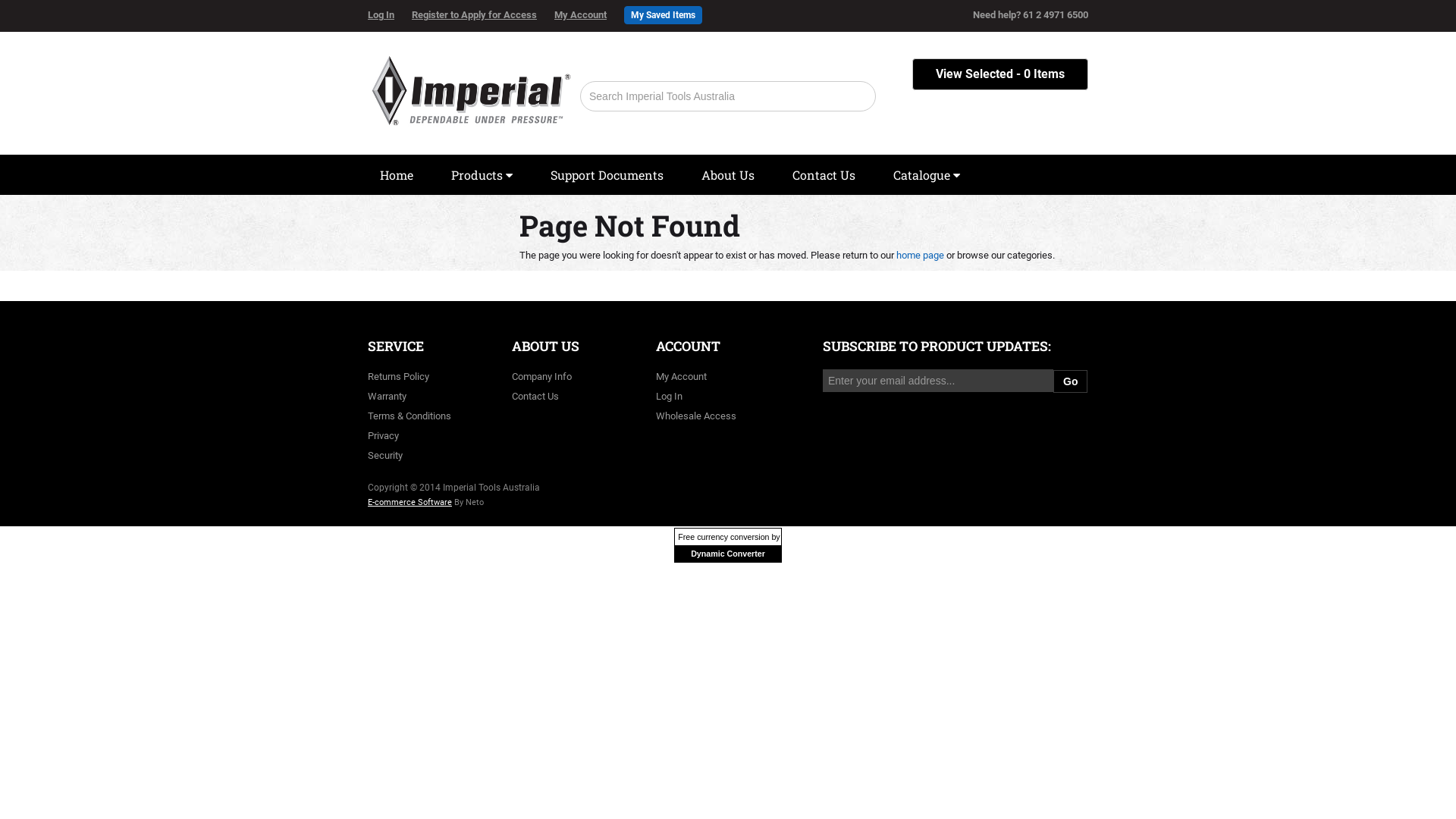  Describe the element at coordinates (728, 544) in the screenshot. I see `' Free currency conversion by` at that location.